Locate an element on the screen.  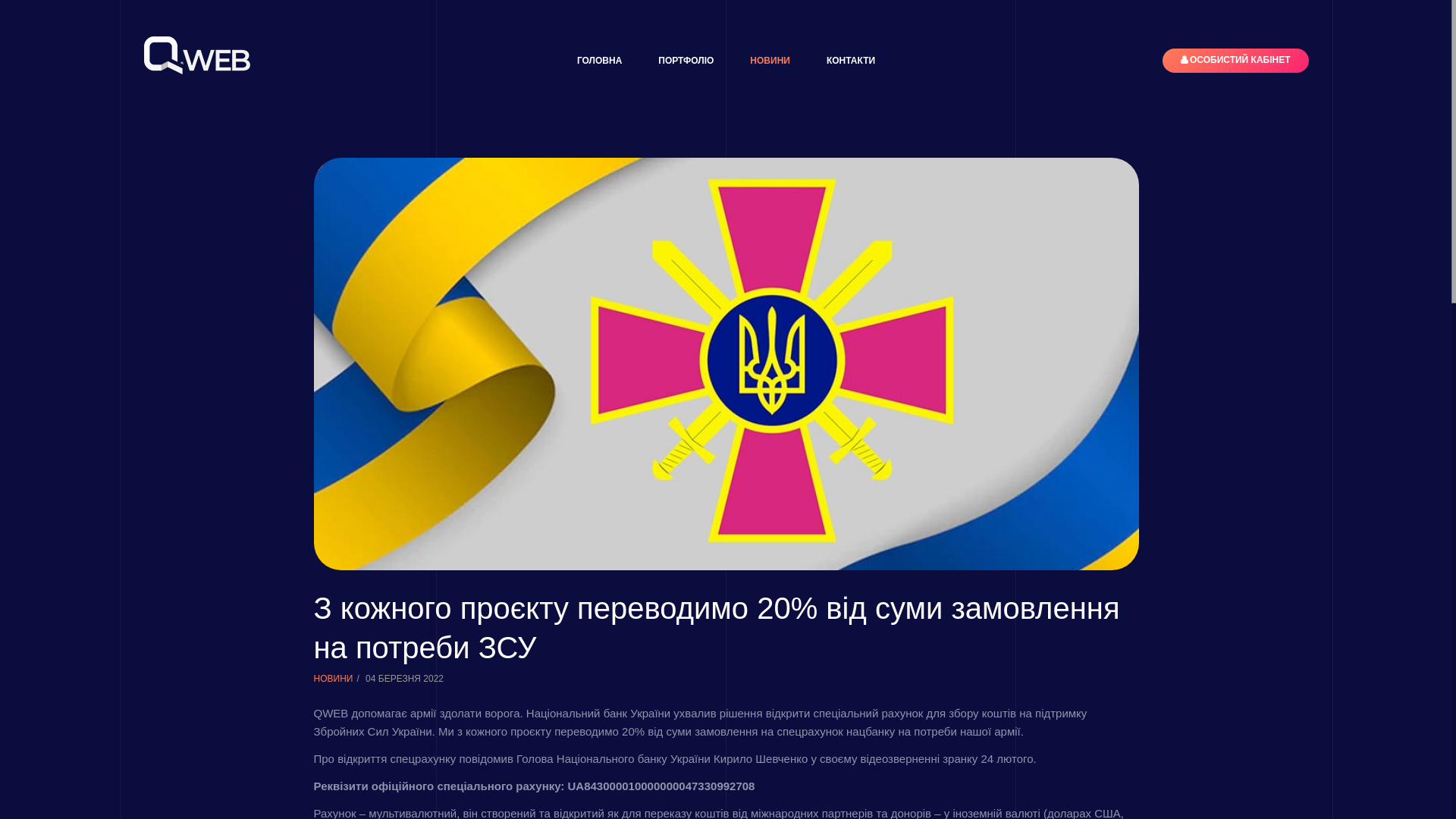
'QWEB' is located at coordinates (196, 55).